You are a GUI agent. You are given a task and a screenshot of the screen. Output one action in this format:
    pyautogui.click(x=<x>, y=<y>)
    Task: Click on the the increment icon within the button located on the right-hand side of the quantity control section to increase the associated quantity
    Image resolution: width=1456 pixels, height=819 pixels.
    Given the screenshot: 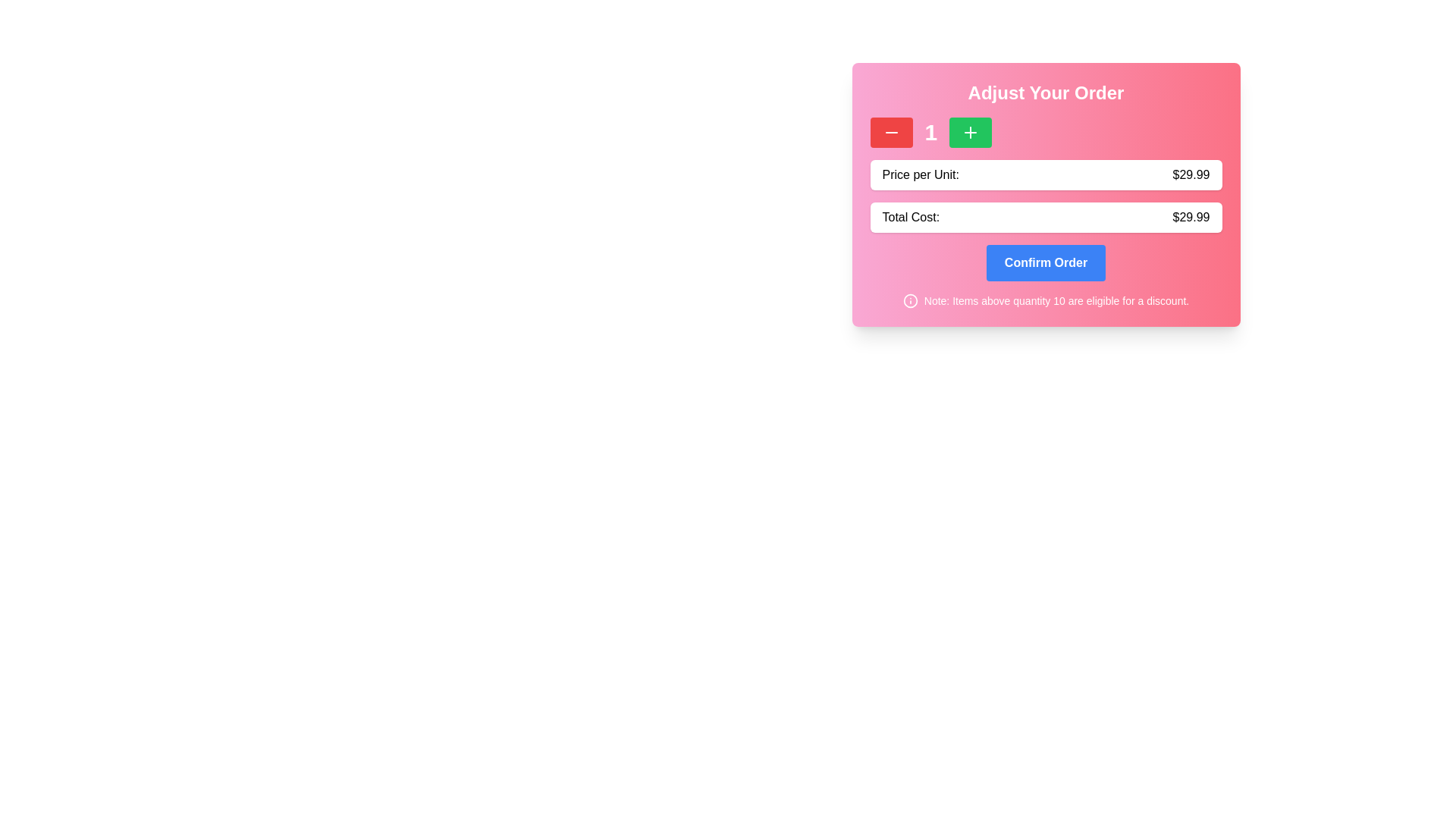 What is the action you would take?
    pyautogui.click(x=971, y=131)
    